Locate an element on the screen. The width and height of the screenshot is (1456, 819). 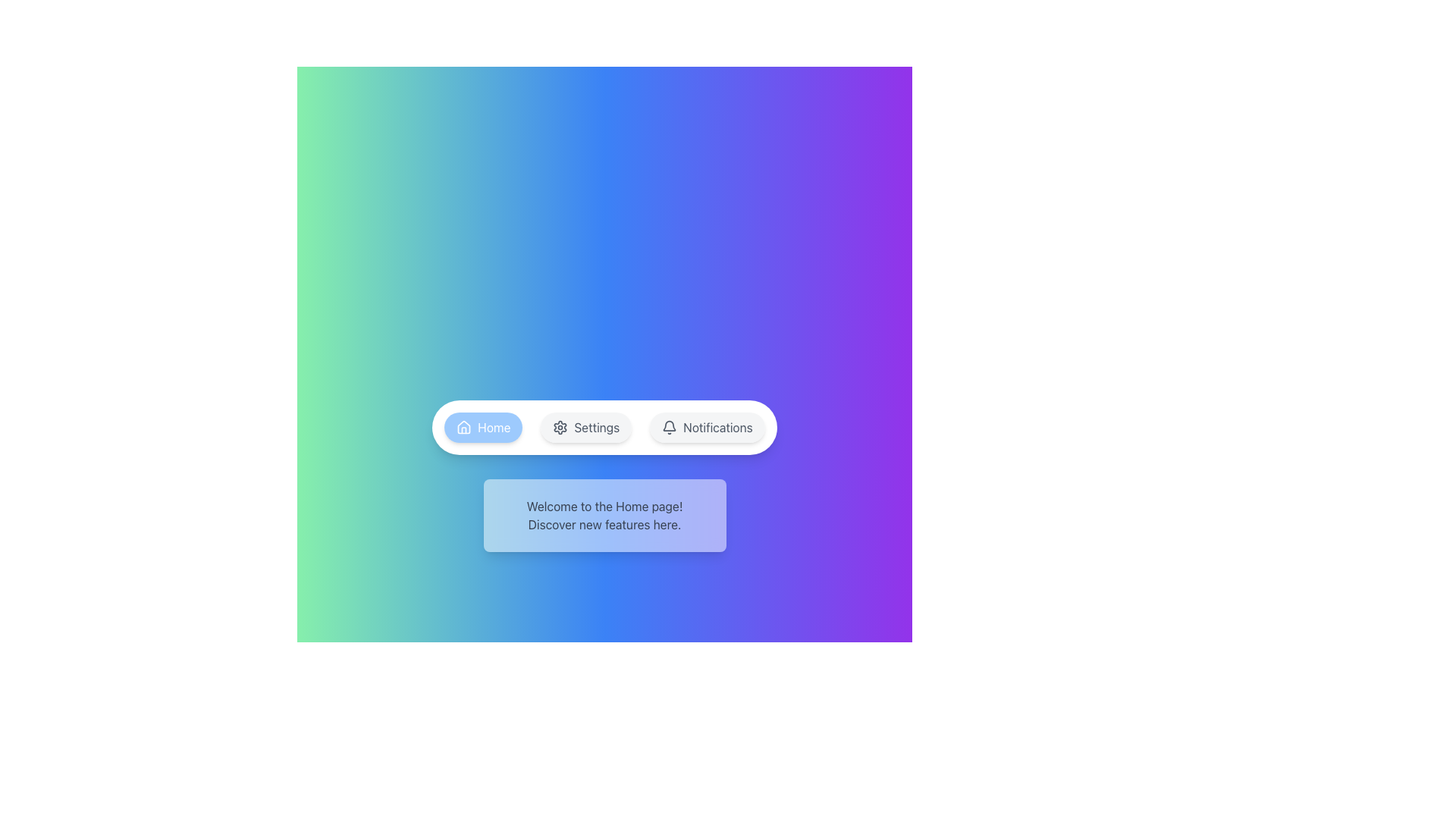
the 'Home' icon located at the left end of the top navigation bar, which symbolizes the 'Home' section is located at coordinates (463, 427).